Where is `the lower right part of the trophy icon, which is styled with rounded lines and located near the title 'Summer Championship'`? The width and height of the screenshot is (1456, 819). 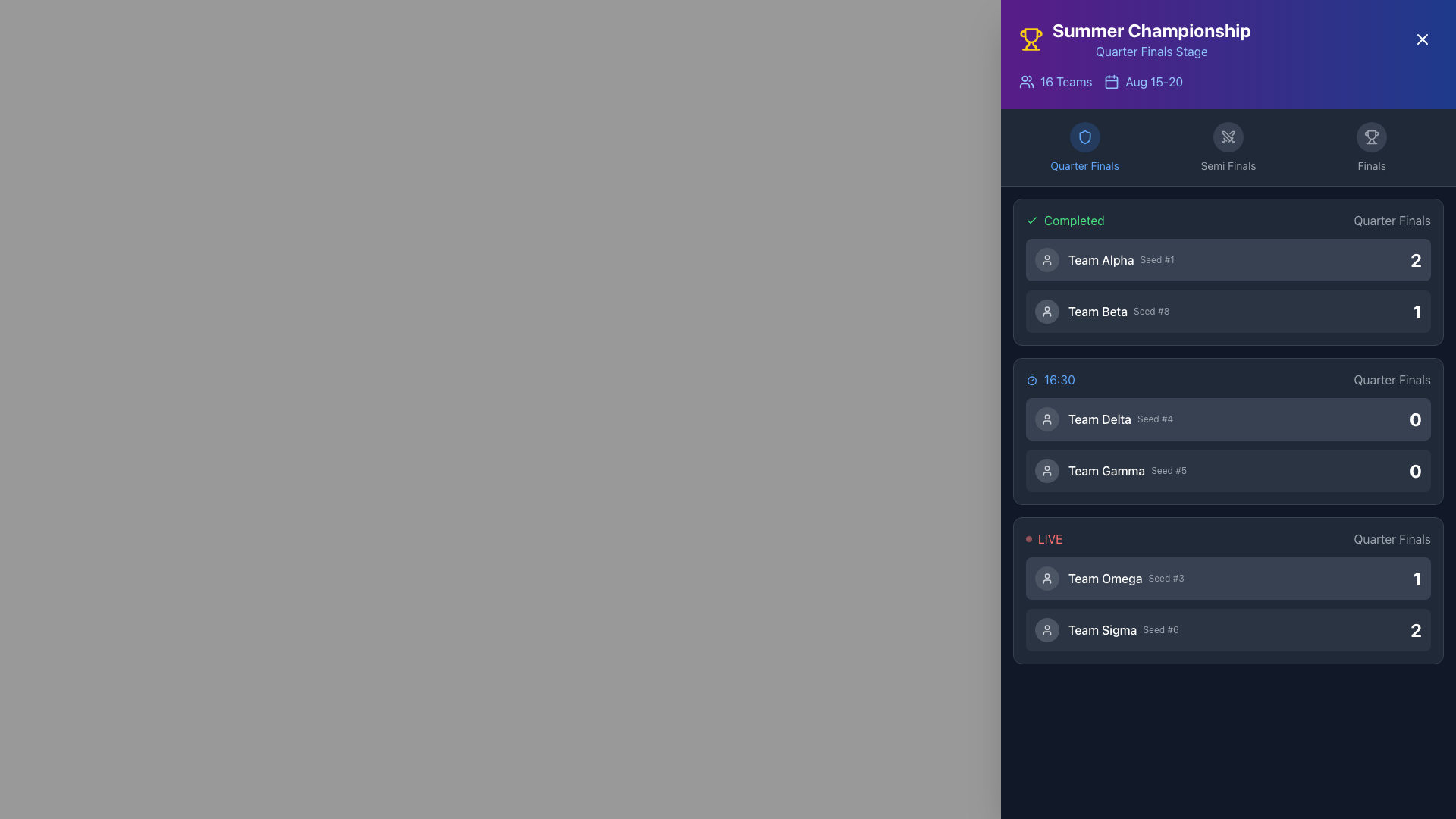 the lower right part of the trophy icon, which is styled with rounded lines and located near the title 'Summer Championship' is located at coordinates (1034, 45).